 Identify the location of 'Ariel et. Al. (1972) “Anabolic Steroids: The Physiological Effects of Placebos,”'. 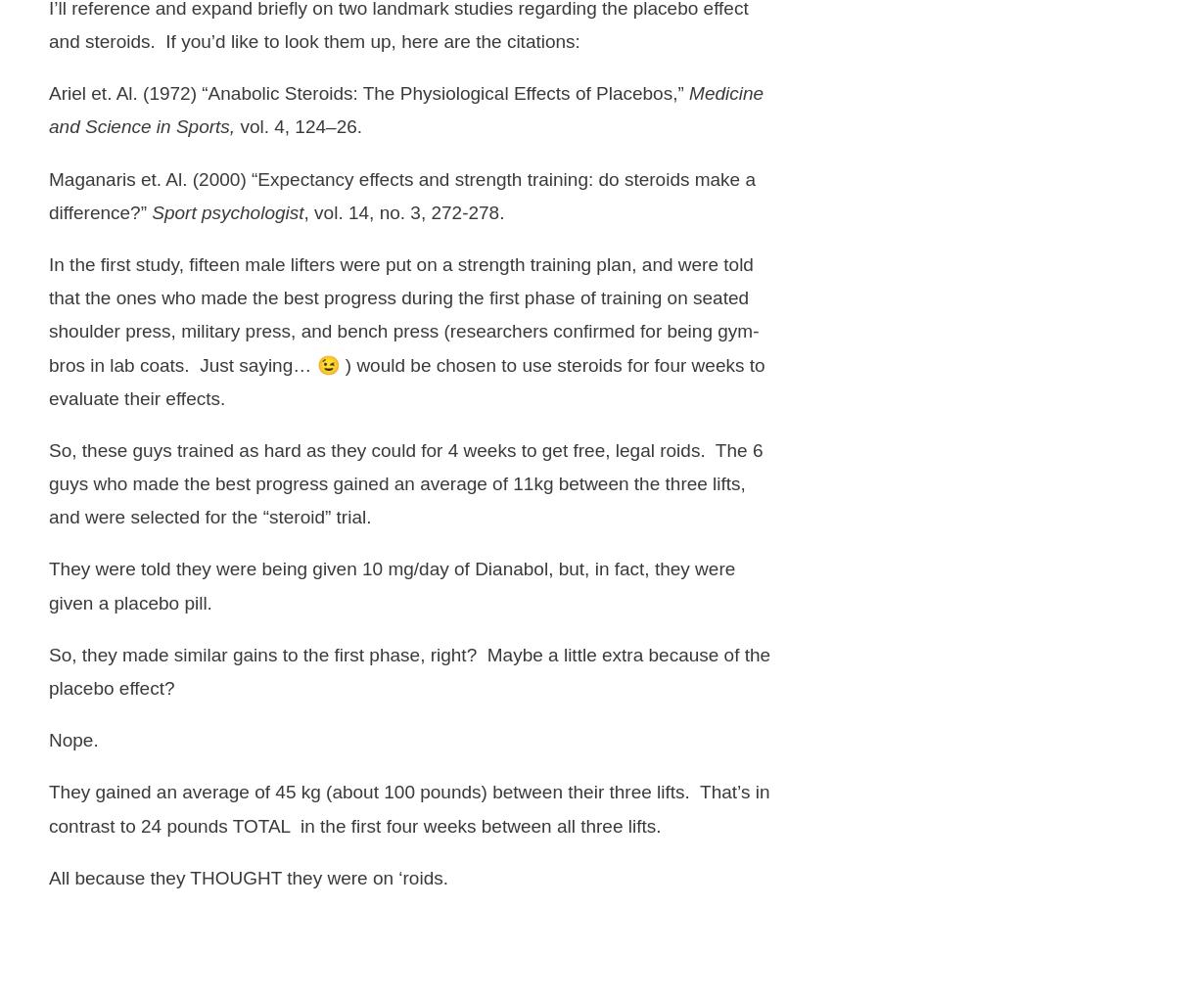
(367, 92).